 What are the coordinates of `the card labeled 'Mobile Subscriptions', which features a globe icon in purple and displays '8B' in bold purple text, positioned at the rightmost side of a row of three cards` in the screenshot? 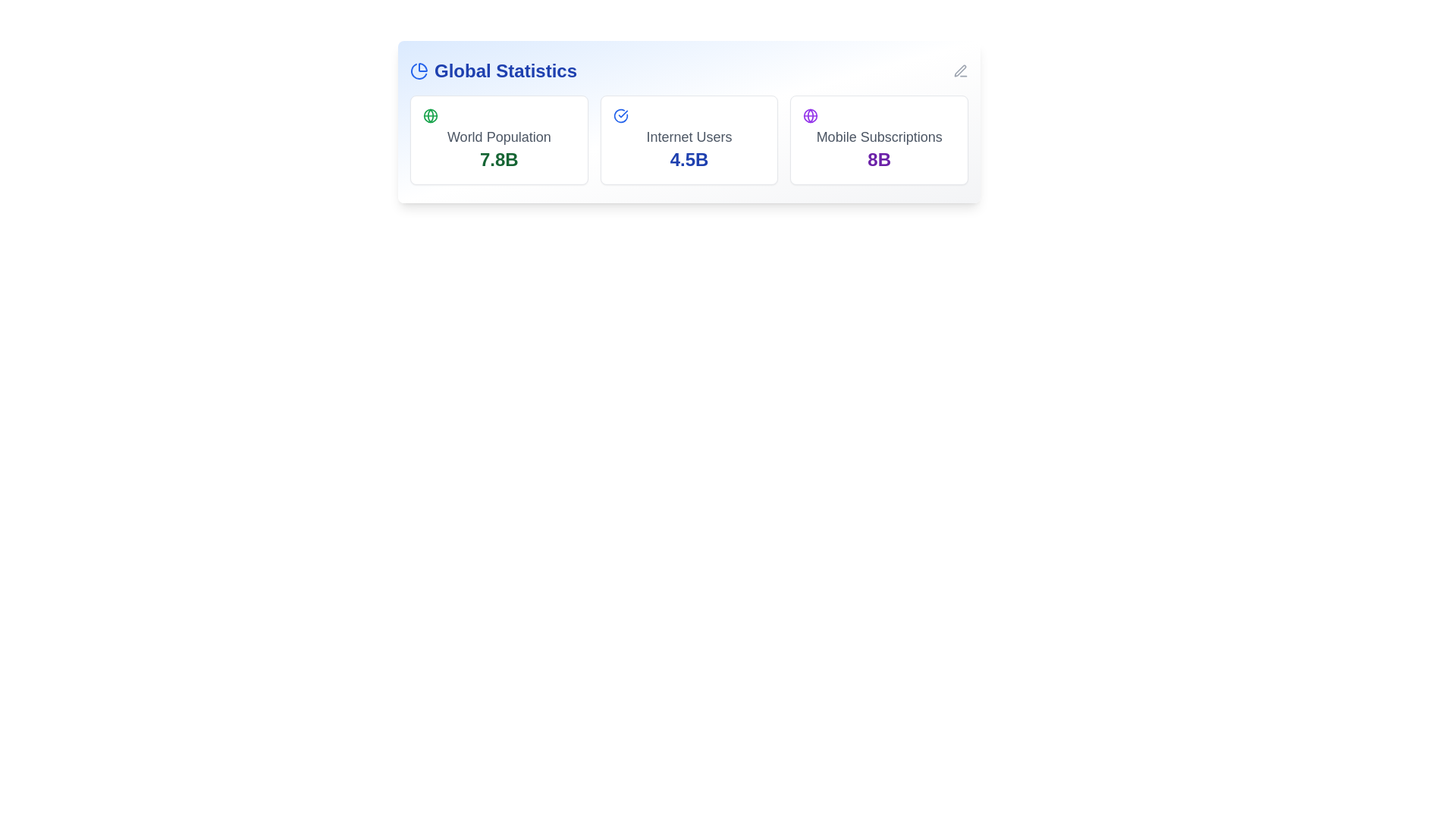 It's located at (879, 140).